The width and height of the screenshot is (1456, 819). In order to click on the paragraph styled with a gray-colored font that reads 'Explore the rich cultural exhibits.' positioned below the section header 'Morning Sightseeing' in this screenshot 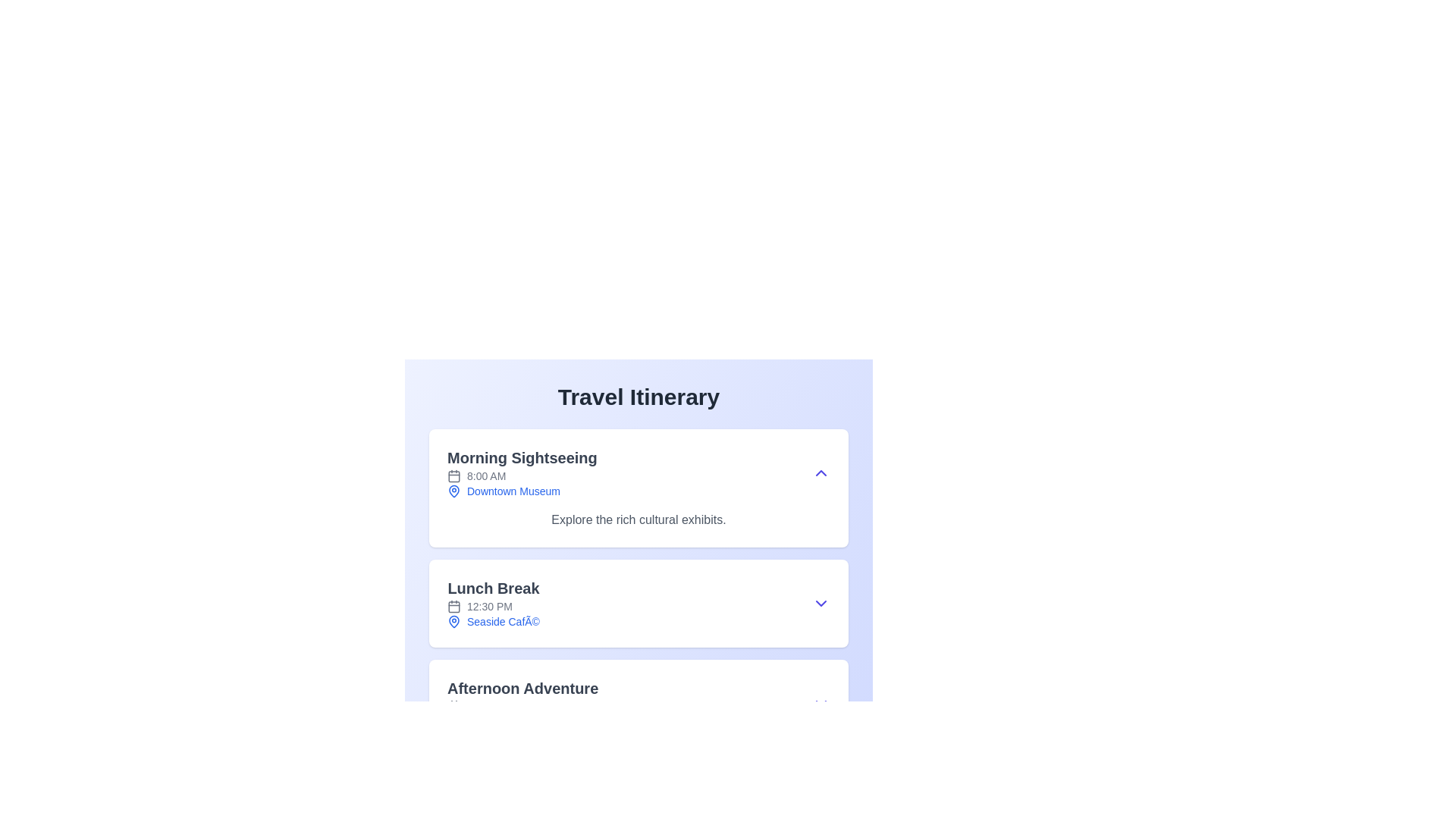, I will do `click(639, 519)`.